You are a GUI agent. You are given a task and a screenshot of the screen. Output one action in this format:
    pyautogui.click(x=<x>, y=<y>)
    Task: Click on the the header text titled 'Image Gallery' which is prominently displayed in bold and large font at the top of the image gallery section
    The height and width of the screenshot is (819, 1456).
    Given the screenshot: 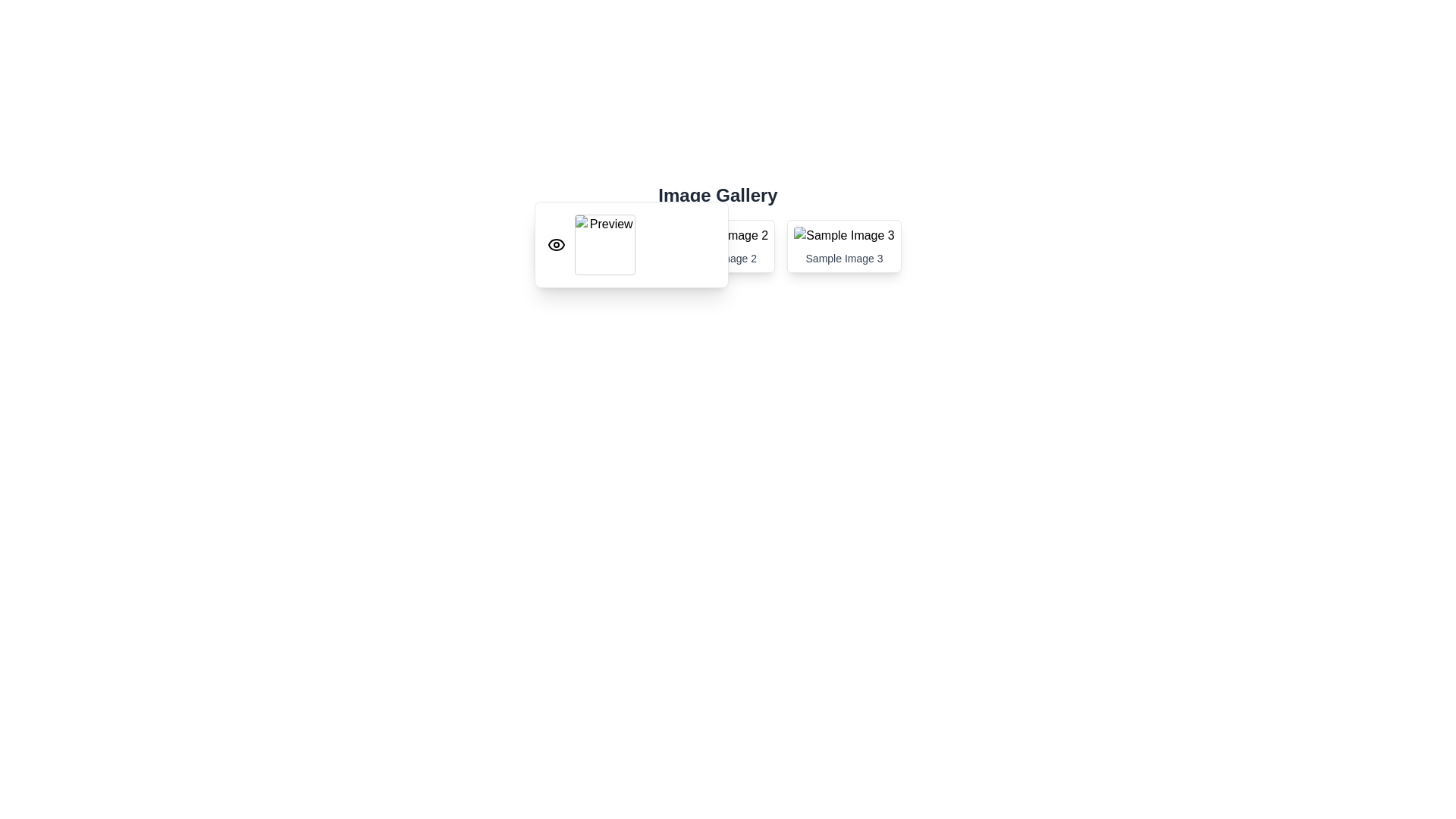 What is the action you would take?
    pyautogui.click(x=717, y=195)
    